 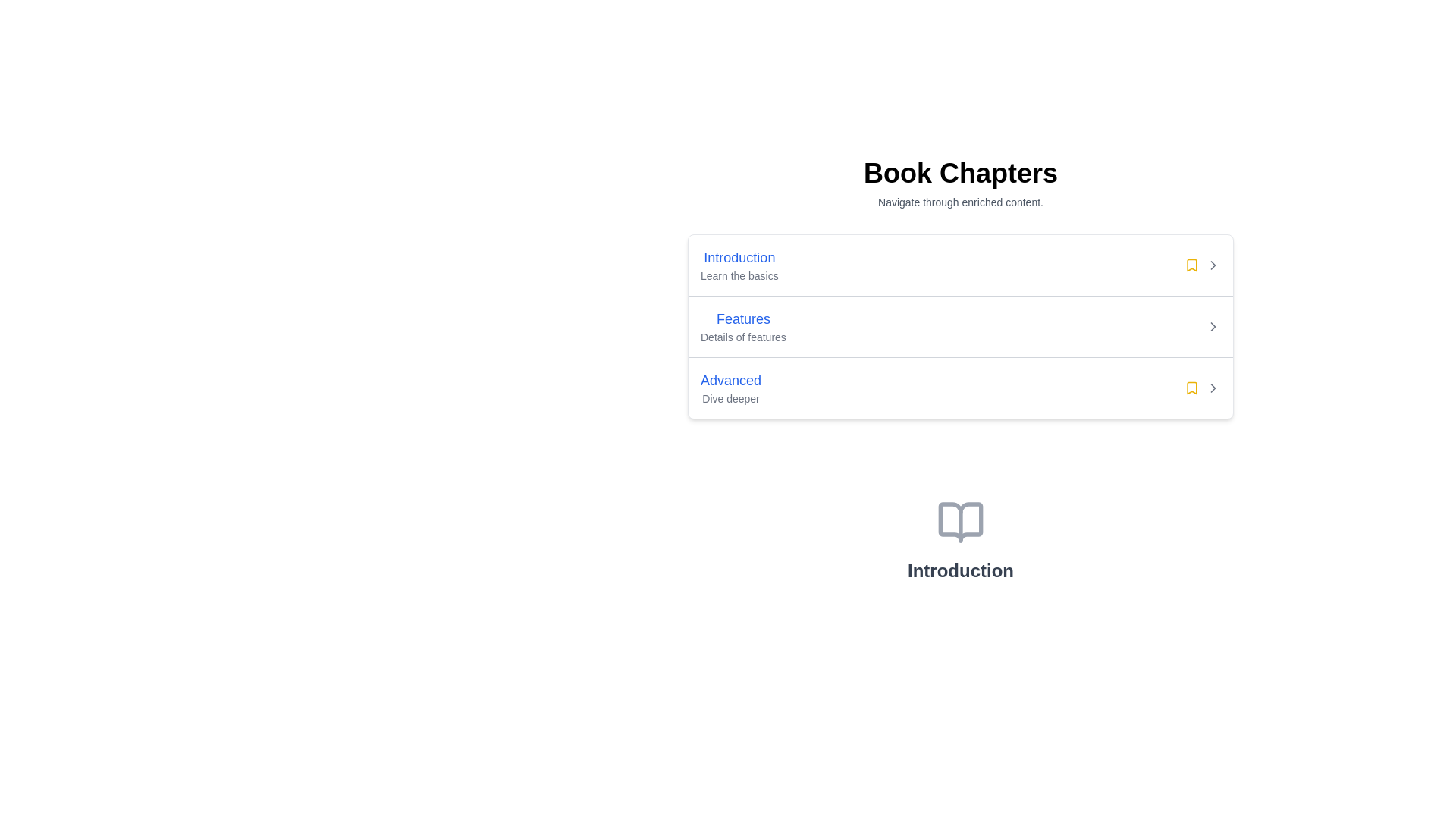 What do you see at coordinates (743, 326) in the screenshot?
I see `description of the 'Features' chapter link, which is the second item in the list of chapter links allowing navigation to that section` at bounding box center [743, 326].